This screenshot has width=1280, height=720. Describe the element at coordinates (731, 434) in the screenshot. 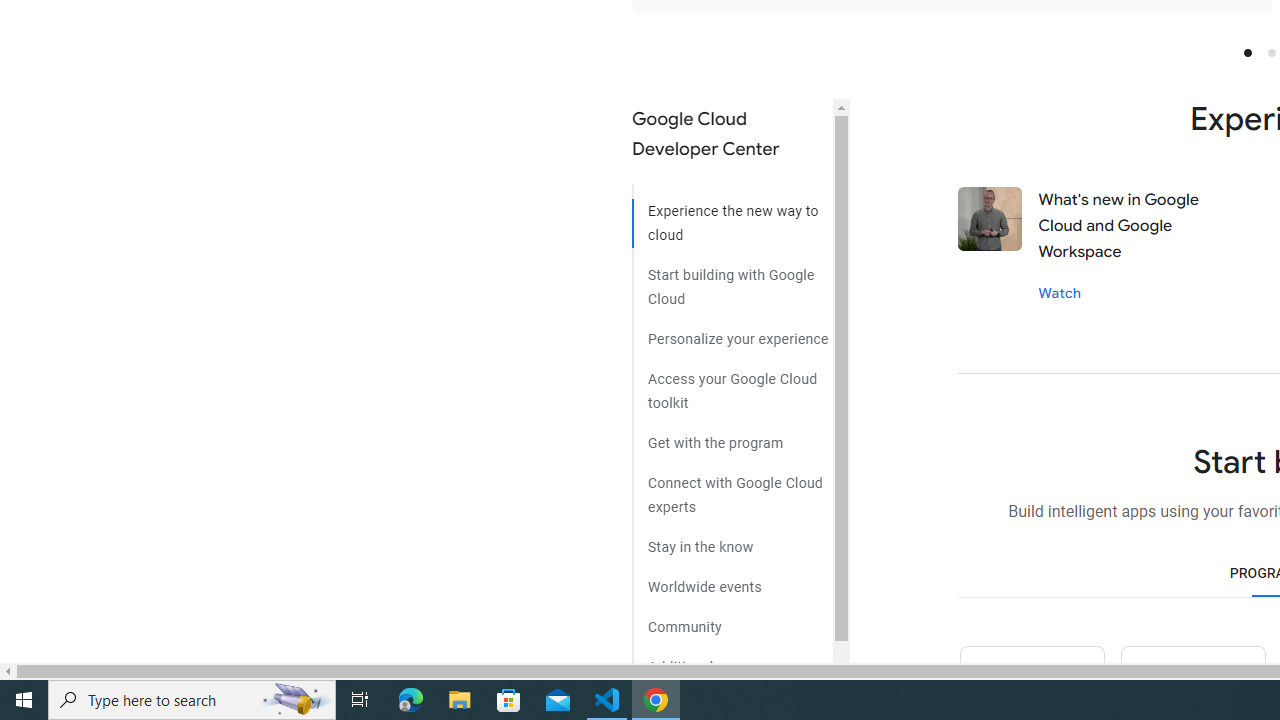

I see `'Get with the program'` at that location.